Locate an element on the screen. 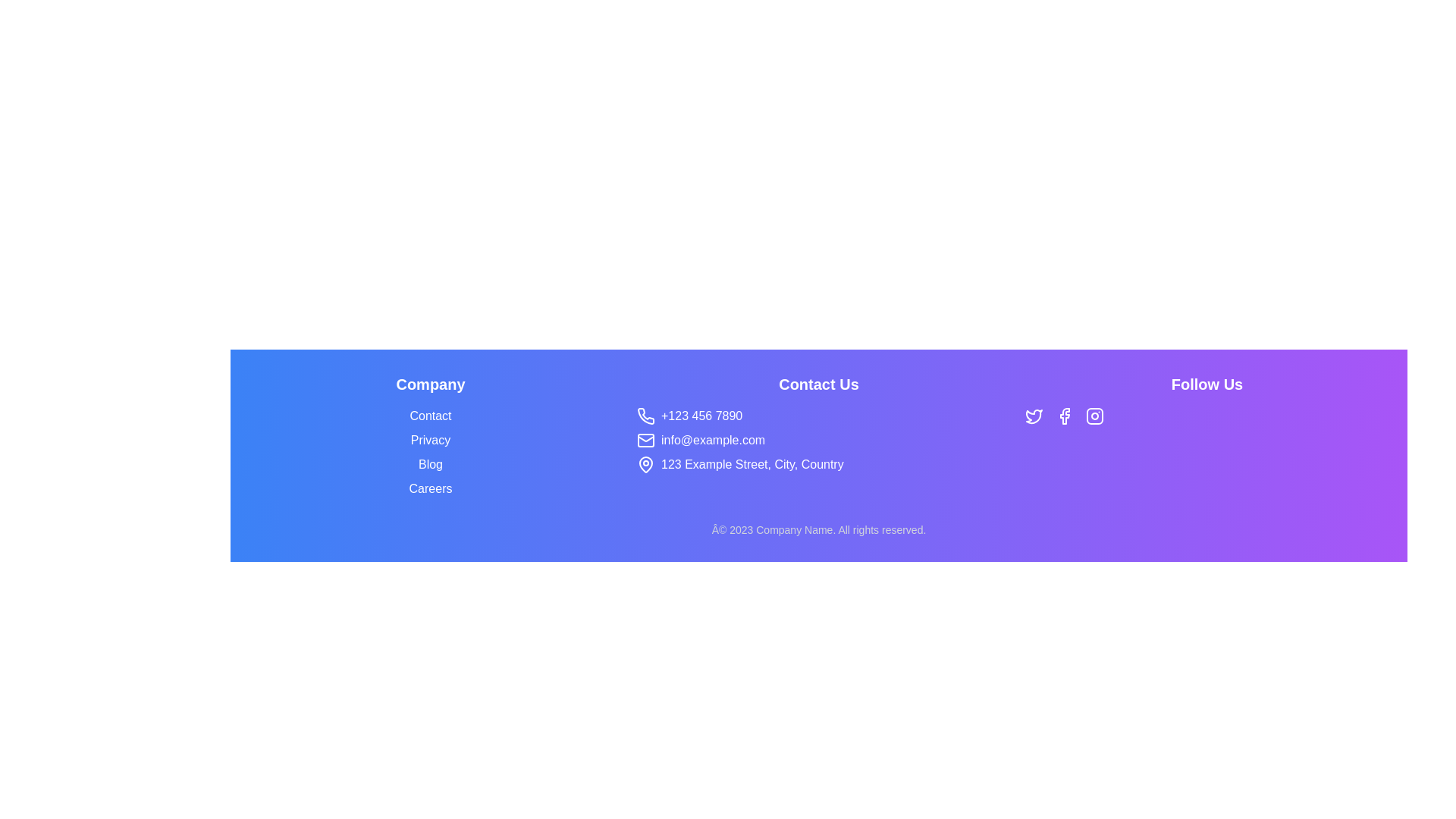 This screenshot has width=1456, height=819. the Text label indicating the section dedicated to contact information, which is located at the top of the contact information group is located at coordinates (818, 383).